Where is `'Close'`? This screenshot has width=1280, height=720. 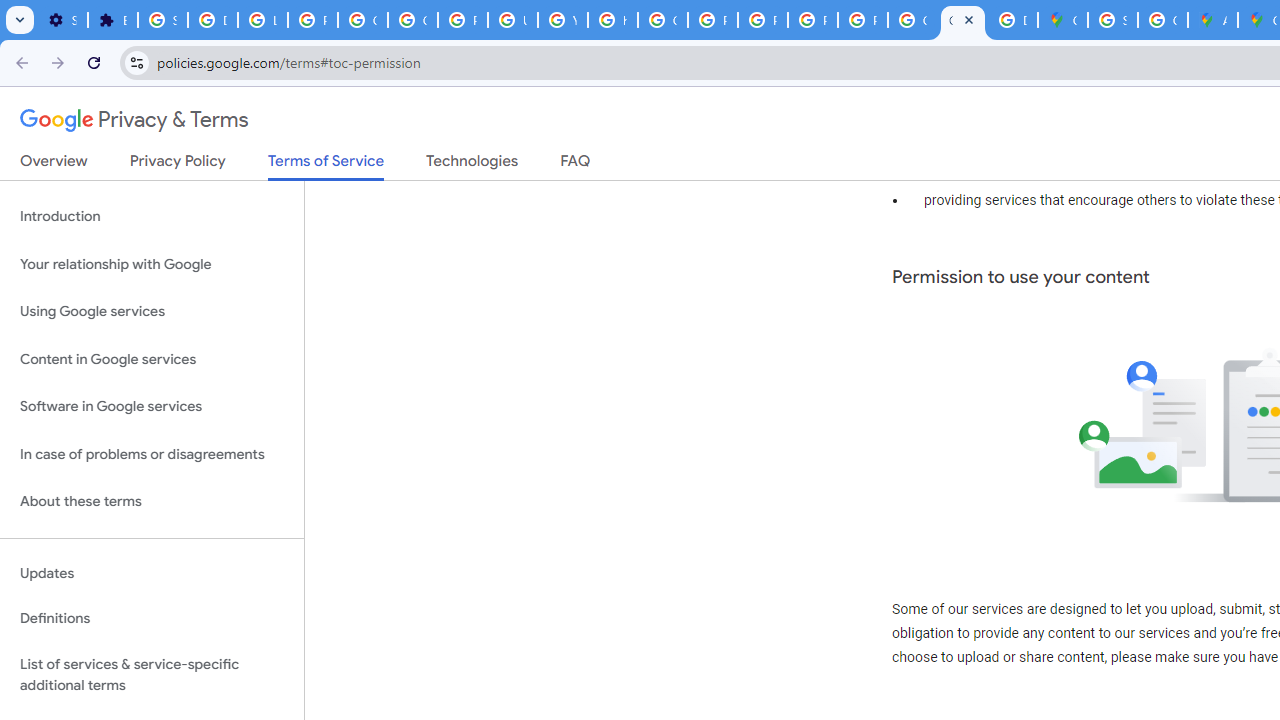
'Close' is located at coordinates (968, 19).